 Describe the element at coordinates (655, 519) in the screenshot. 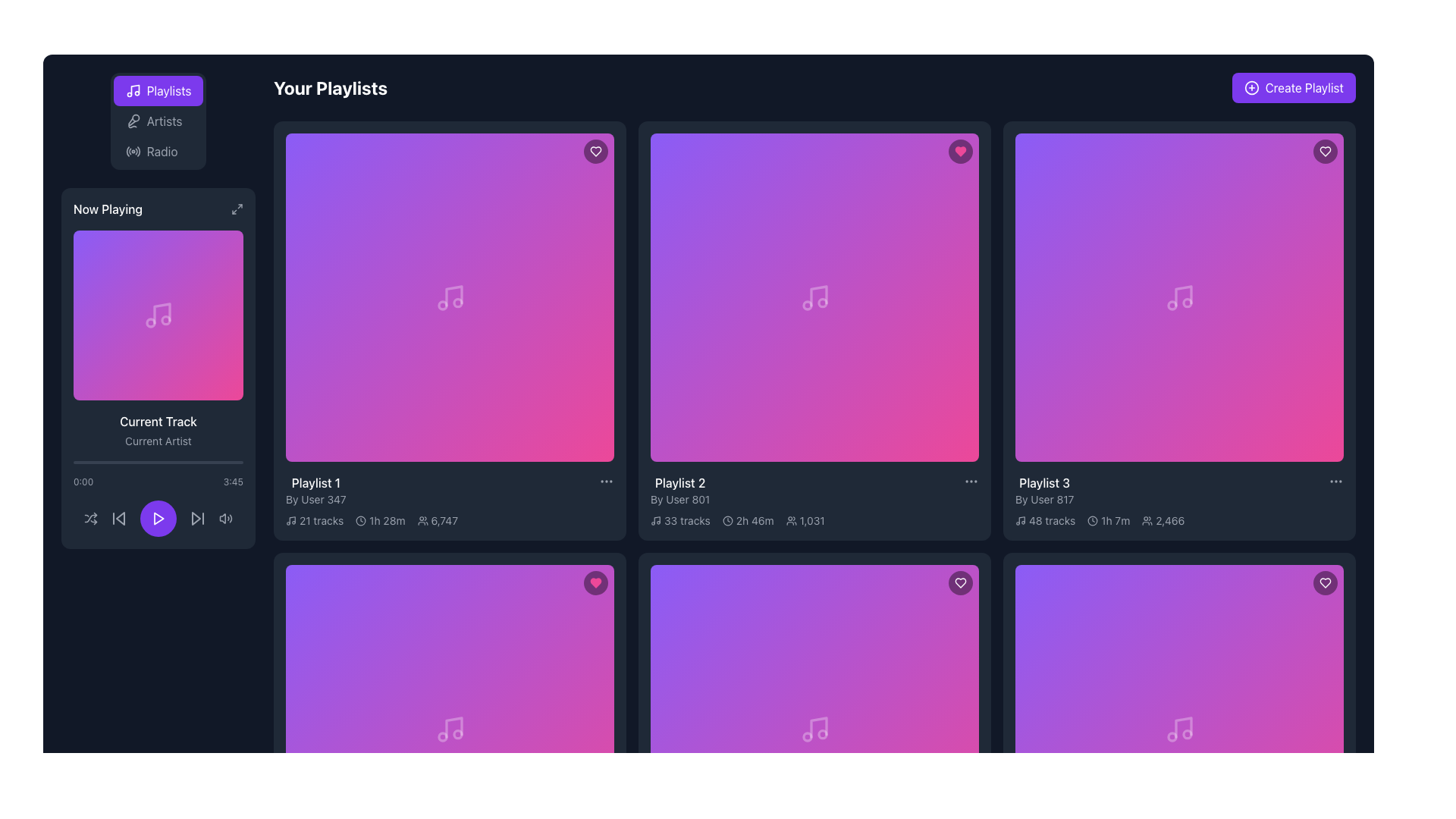

I see `the audio/music icon located beneath the 'Playlist 2' header, to the left of the '33 tracks' text in the second card of the playlist grid` at that location.